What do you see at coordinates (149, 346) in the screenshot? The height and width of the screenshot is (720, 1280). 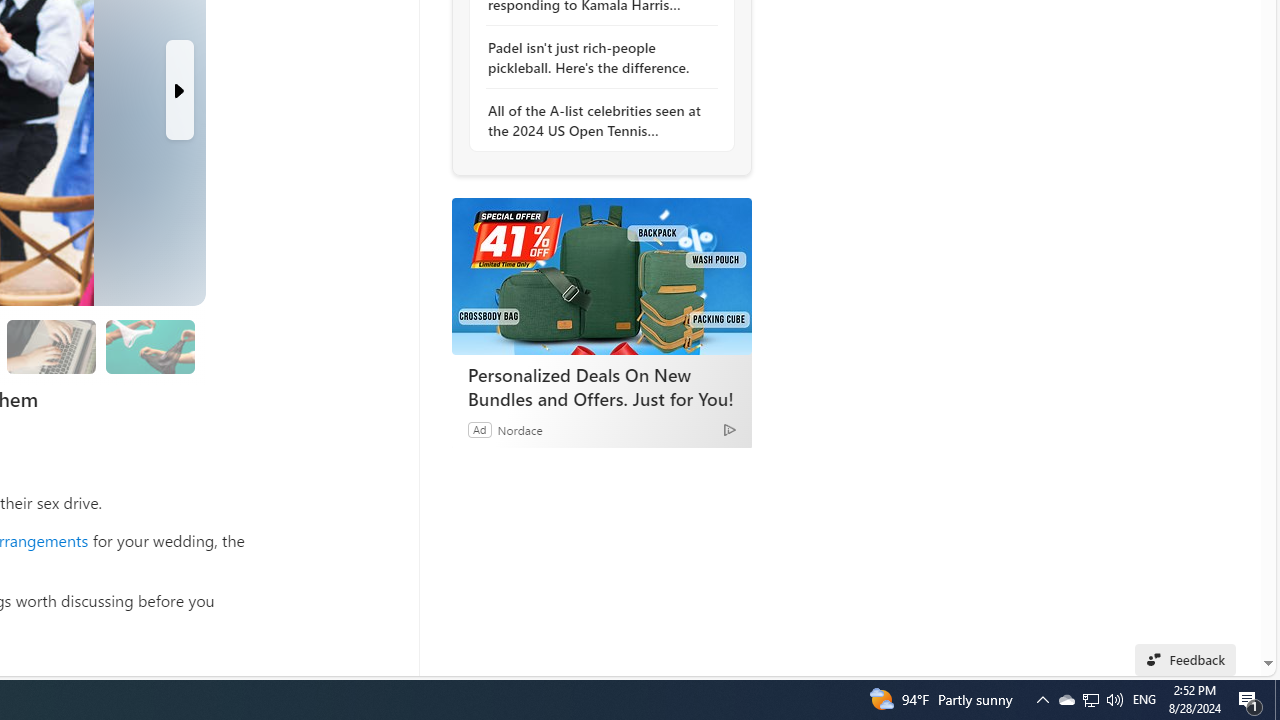 I see `'How important is sex to you?'` at bounding box center [149, 346].